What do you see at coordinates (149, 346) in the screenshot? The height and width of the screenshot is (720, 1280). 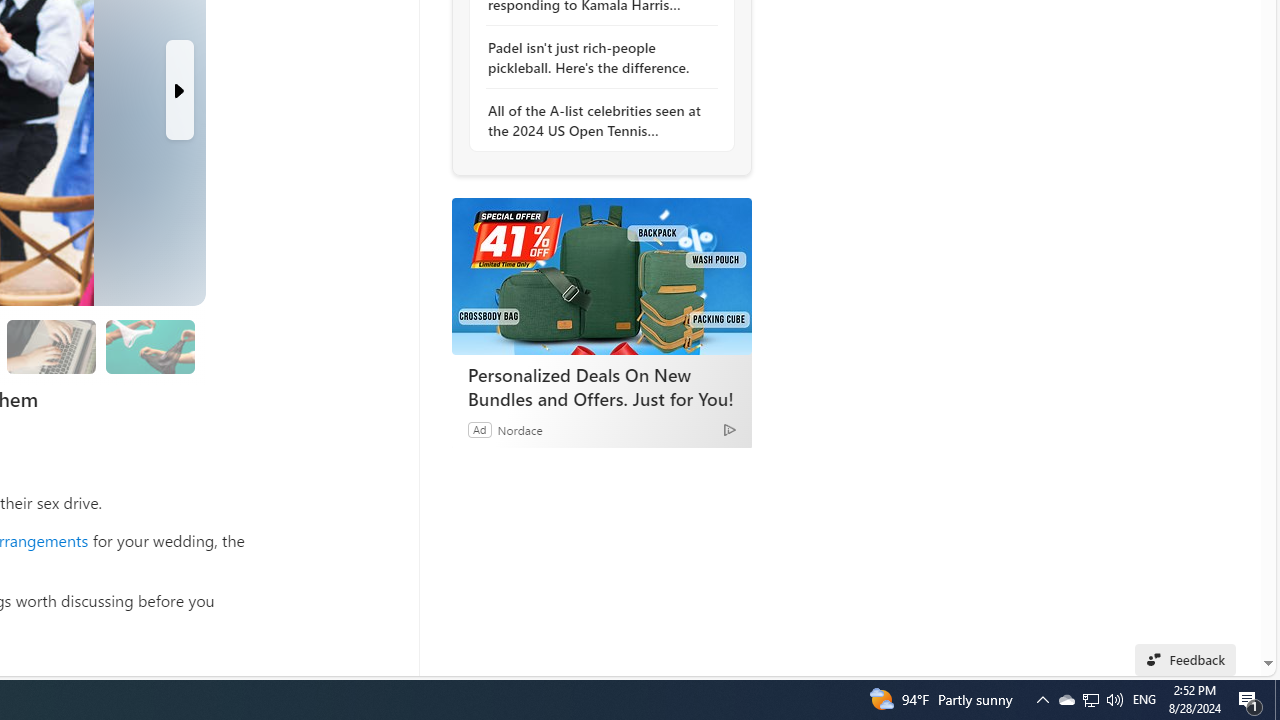 I see `'How important is sex to you?'` at bounding box center [149, 346].